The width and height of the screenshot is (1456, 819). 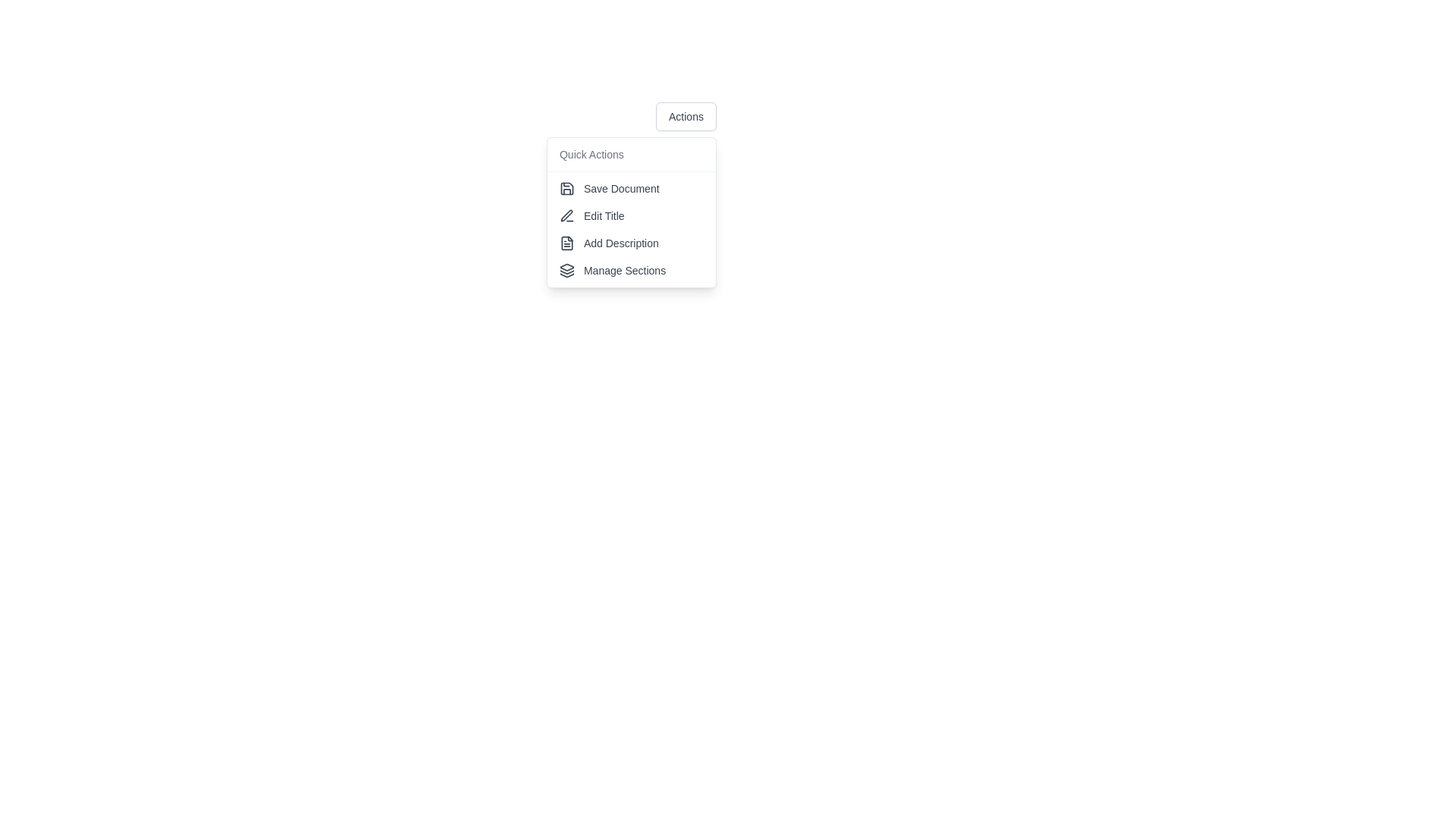 What do you see at coordinates (566, 242) in the screenshot?
I see `the icon associated with the 'Add Description' menu item` at bounding box center [566, 242].